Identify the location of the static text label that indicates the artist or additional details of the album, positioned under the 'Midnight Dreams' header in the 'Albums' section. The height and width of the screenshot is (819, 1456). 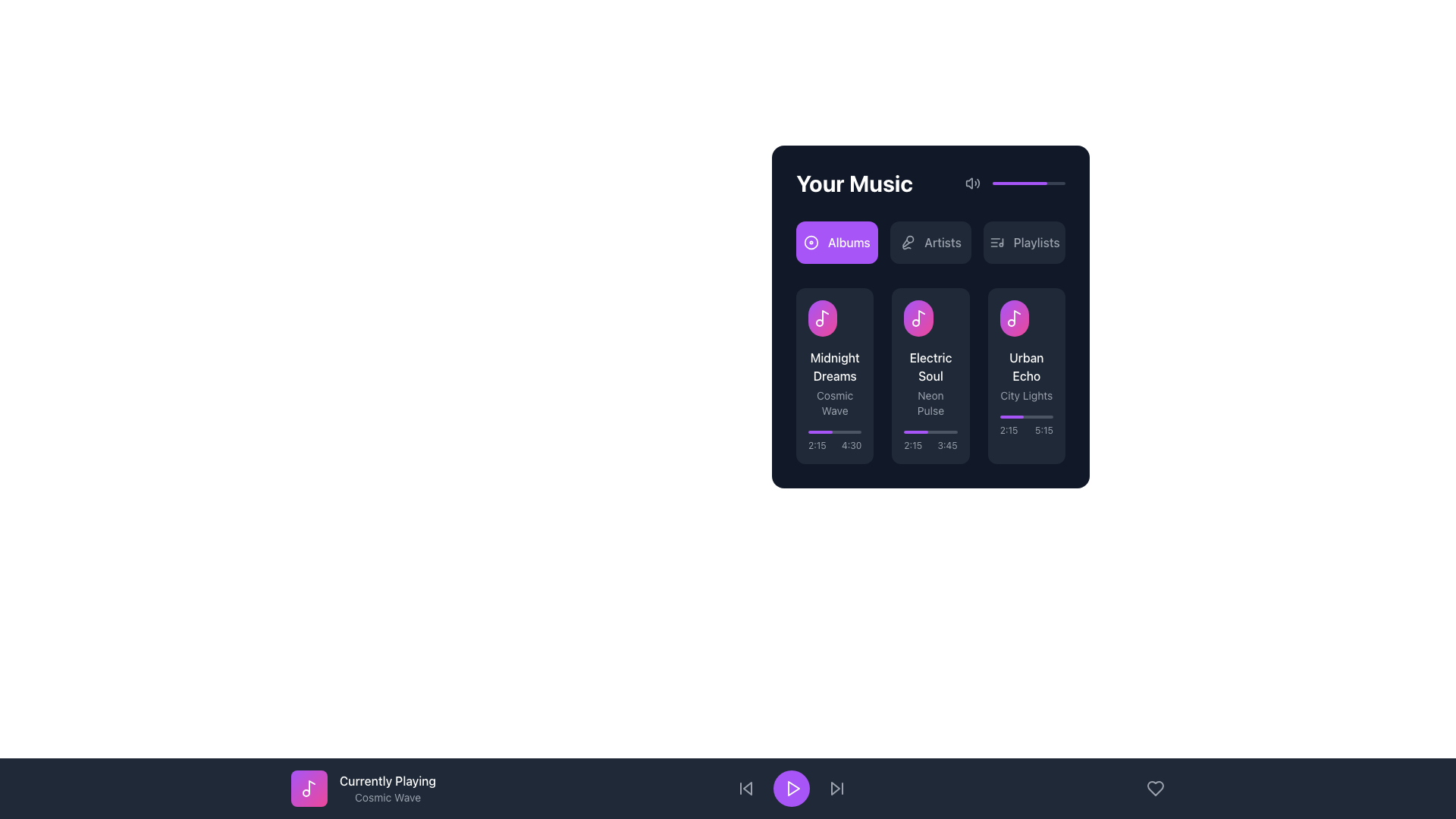
(834, 403).